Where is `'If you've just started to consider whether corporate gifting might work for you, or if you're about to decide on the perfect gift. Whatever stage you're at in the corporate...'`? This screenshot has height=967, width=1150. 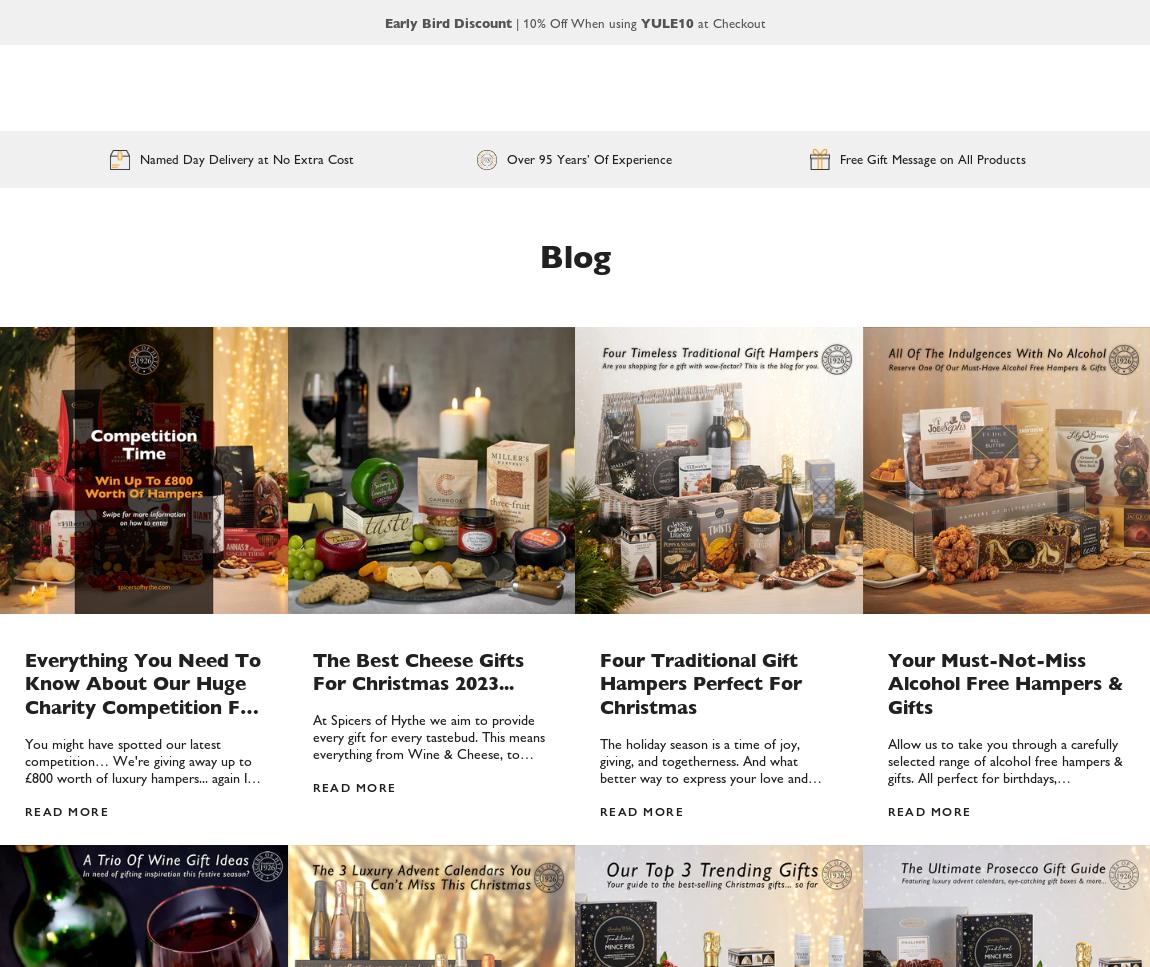 'If you've just started to consider whether corporate gifting might work for you, or if you're about to decide on the perfect gift. Whatever stage you're at in the corporate...' is located at coordinates (886, 516).